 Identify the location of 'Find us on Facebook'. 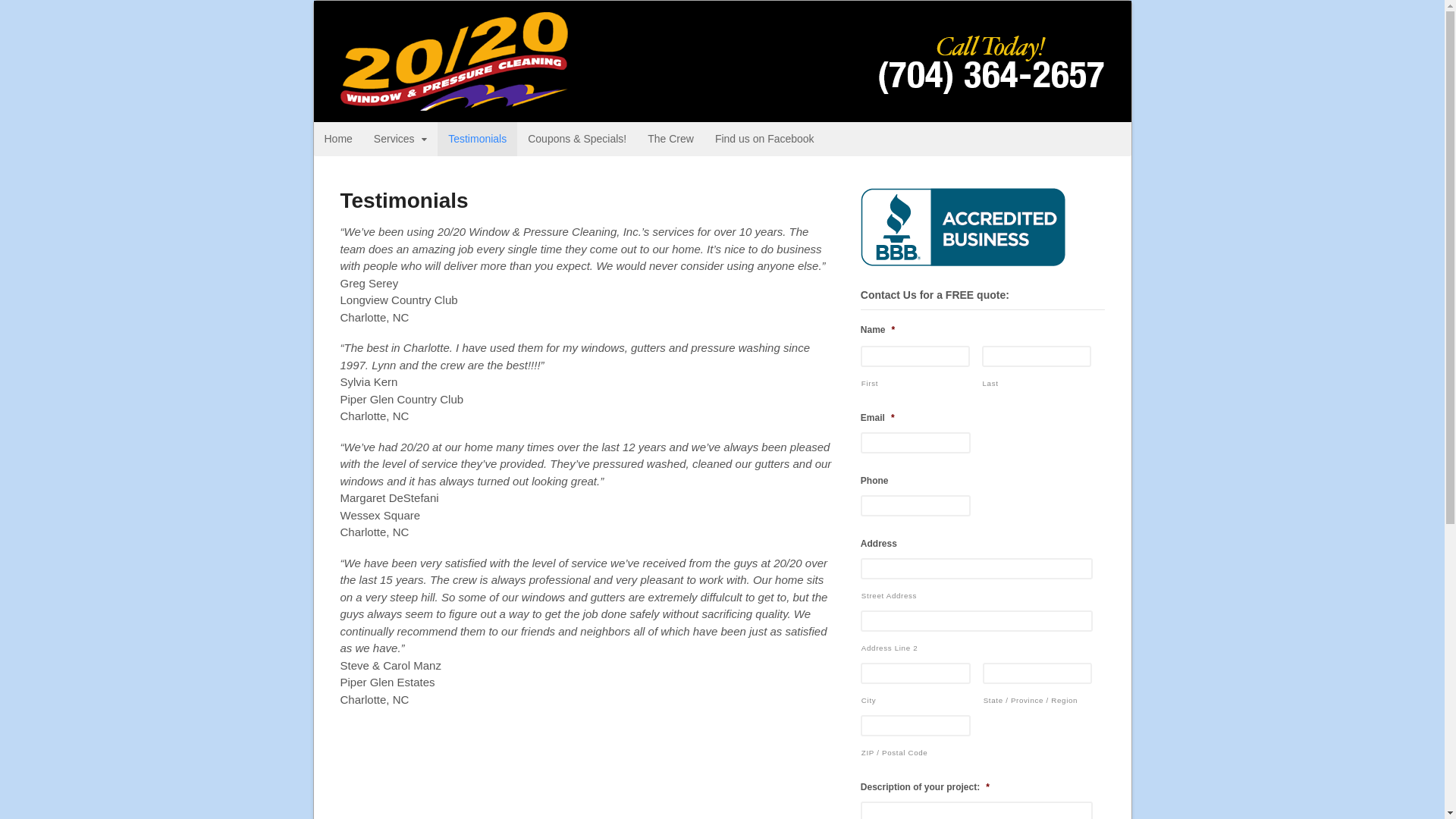
(764, 139).